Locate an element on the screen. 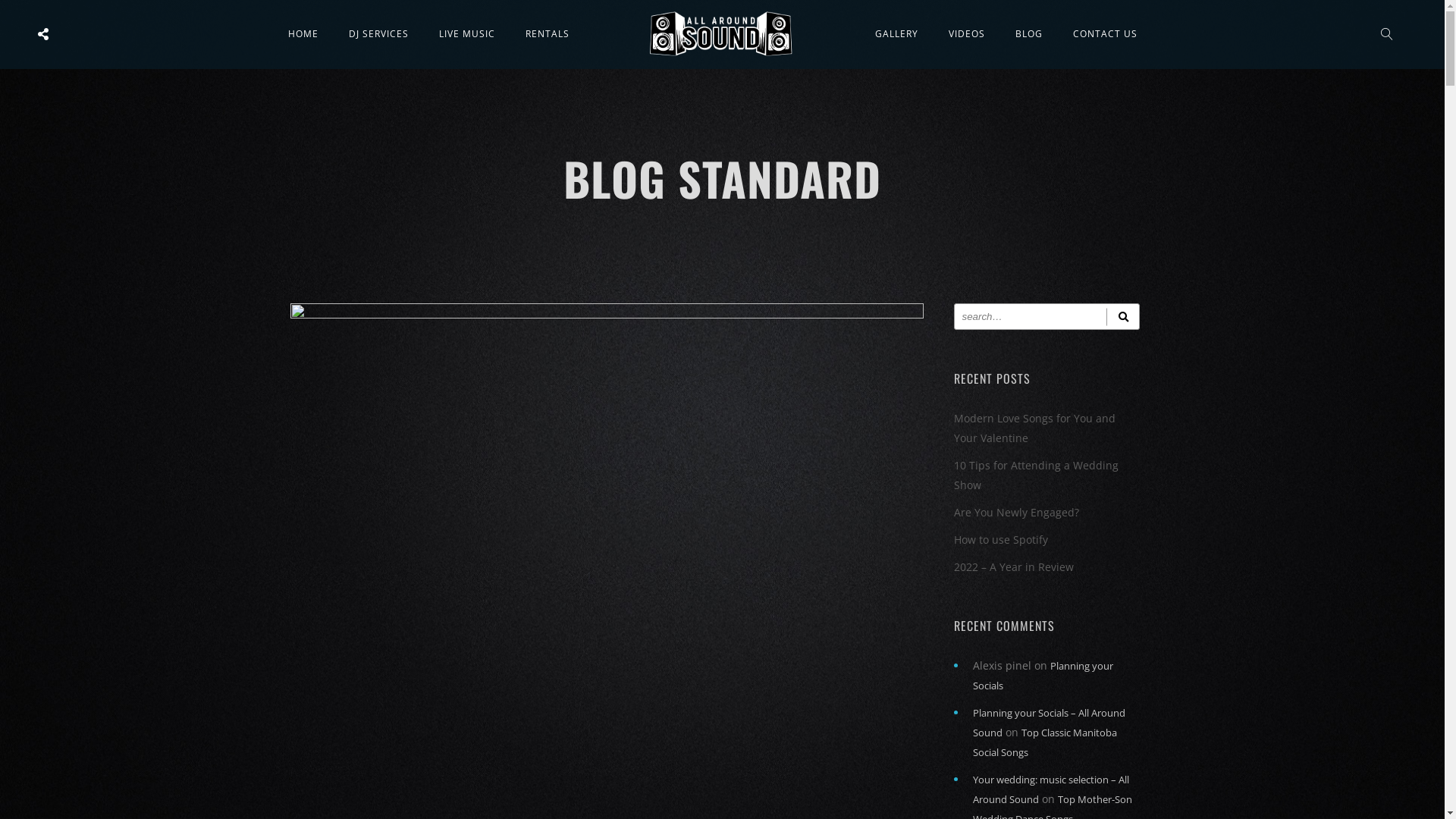 The height and width of the screenshot is (819, 1456). 'VIDEOS' is located at coordinates (966, 33).